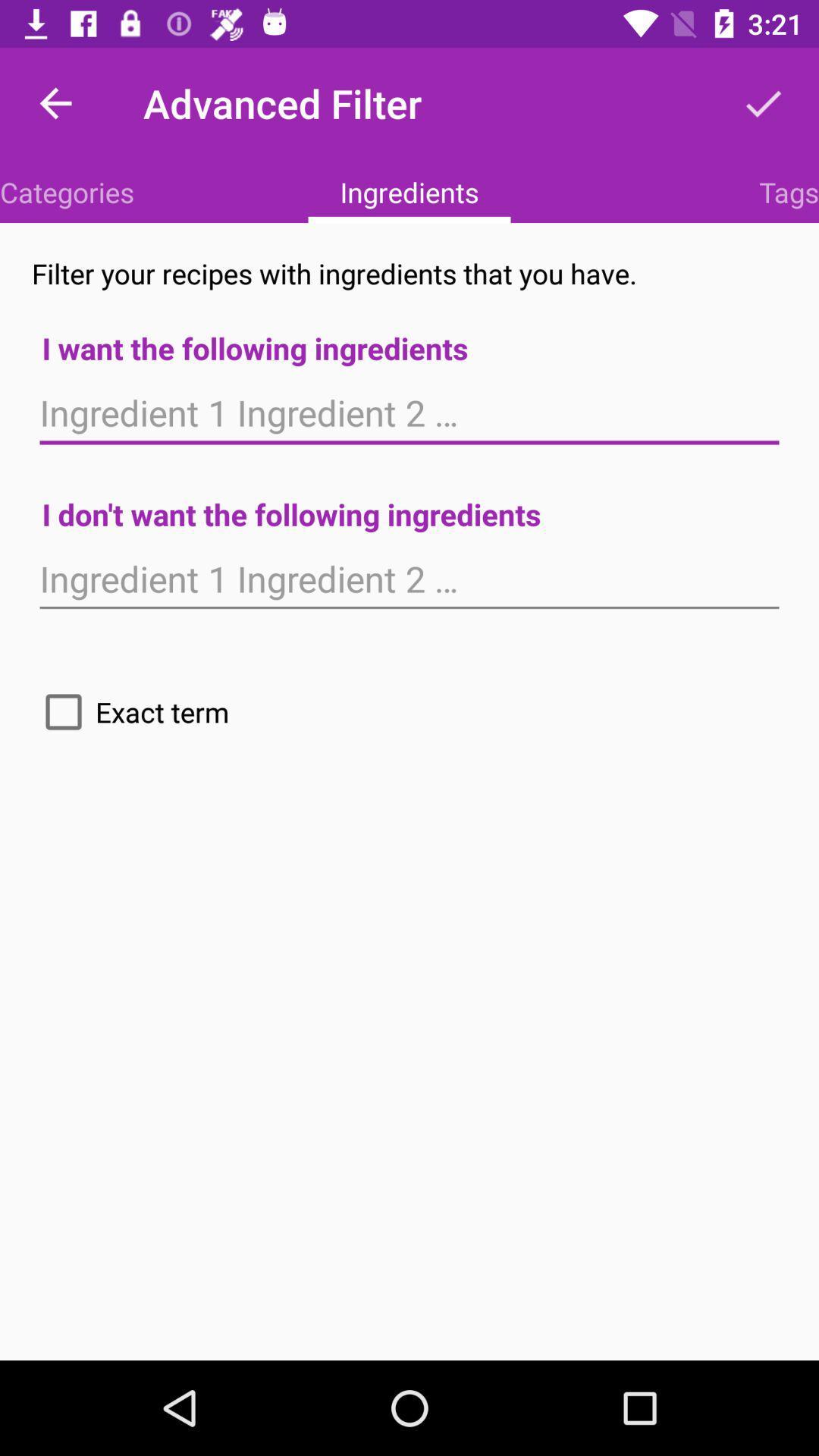  Describe the element at coordinates (55, 102) in the screenshot. I see `the item above categories` at that location.